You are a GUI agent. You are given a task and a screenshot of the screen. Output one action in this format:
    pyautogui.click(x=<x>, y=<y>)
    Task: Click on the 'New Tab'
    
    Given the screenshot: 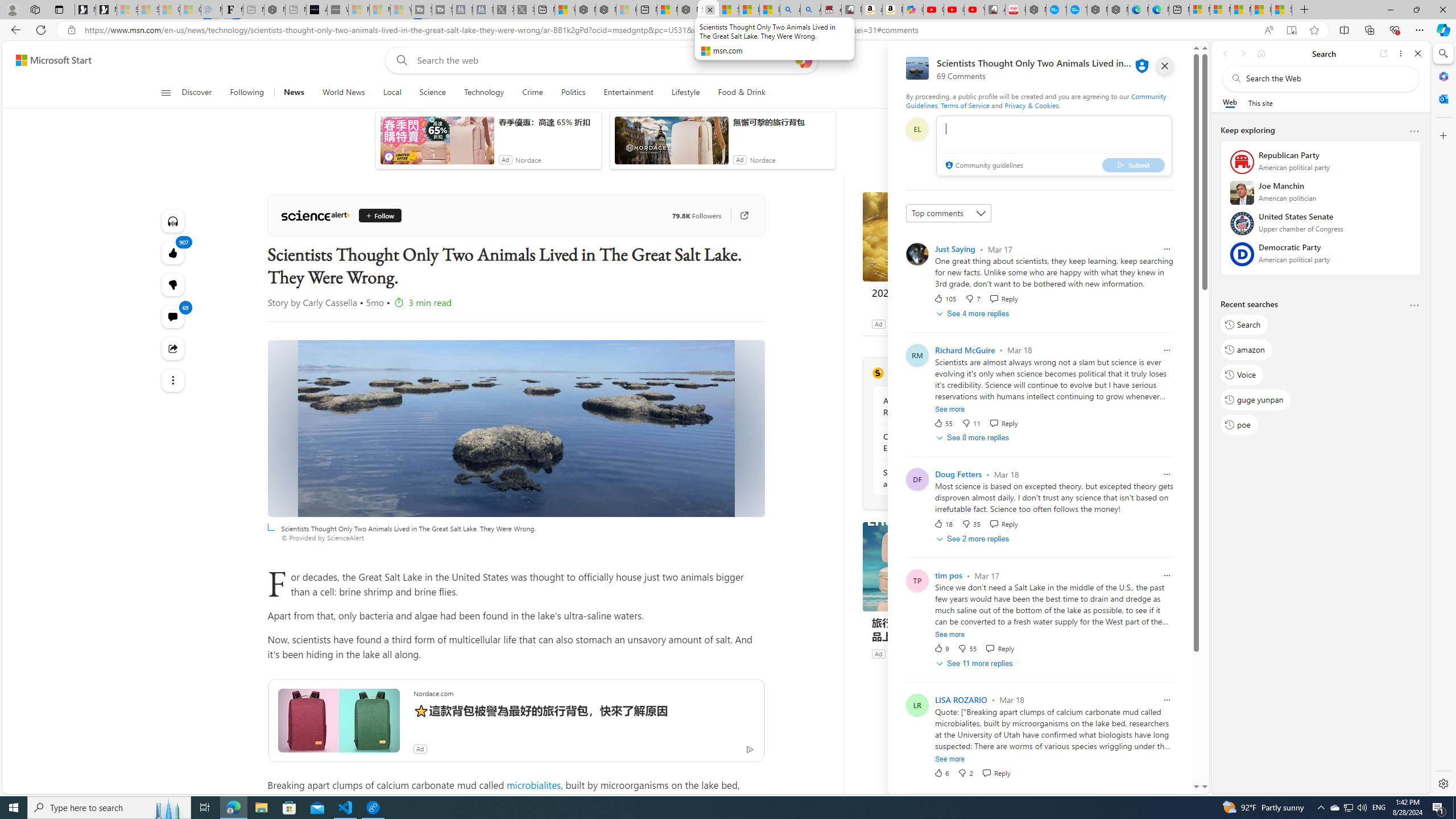 What is the action you would take?
    pyautogui.click(x=1305, y=9)
    